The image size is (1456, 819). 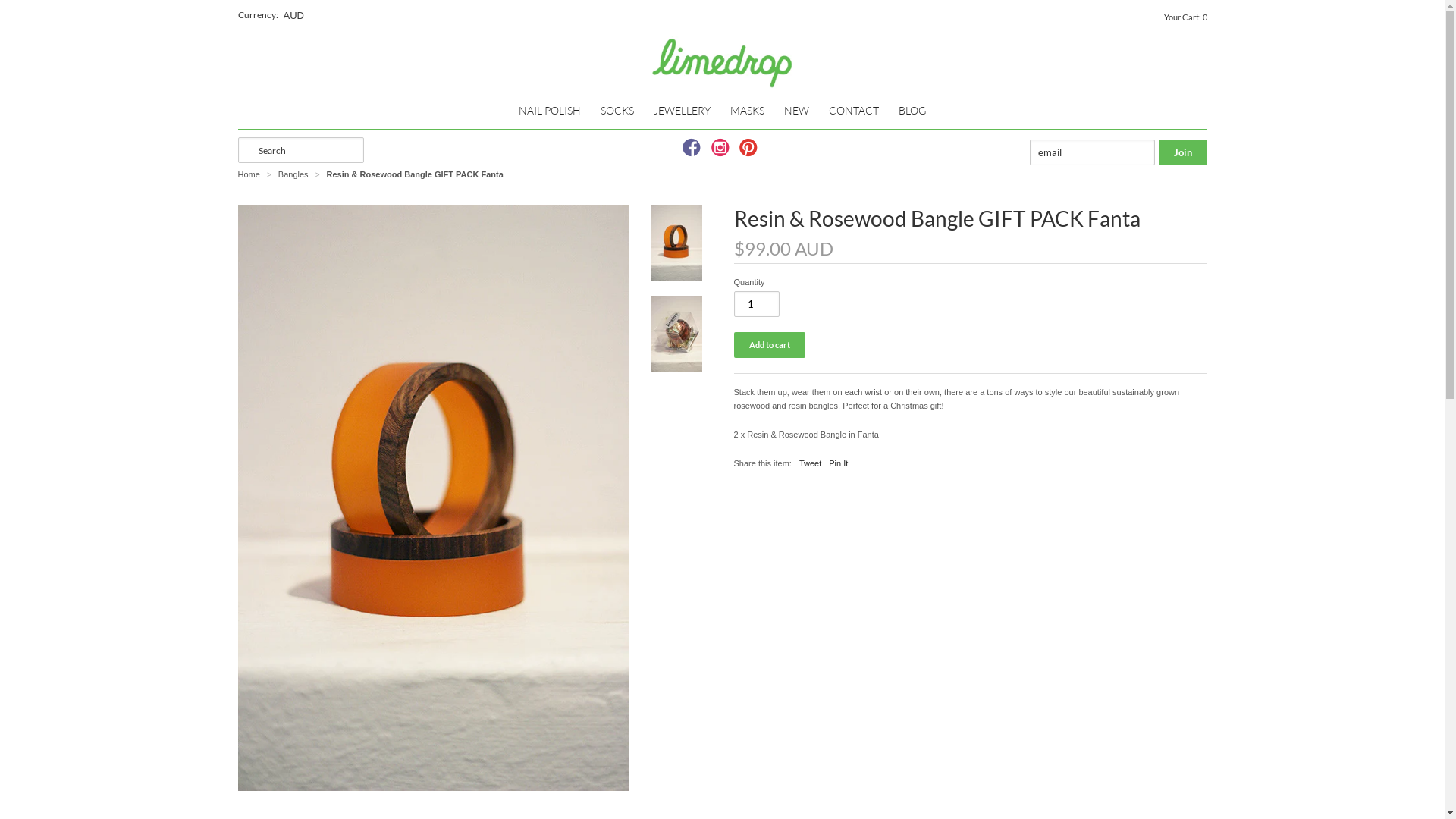 I want to click on 'Your Cart: 0', so click(x=1187, y=17).